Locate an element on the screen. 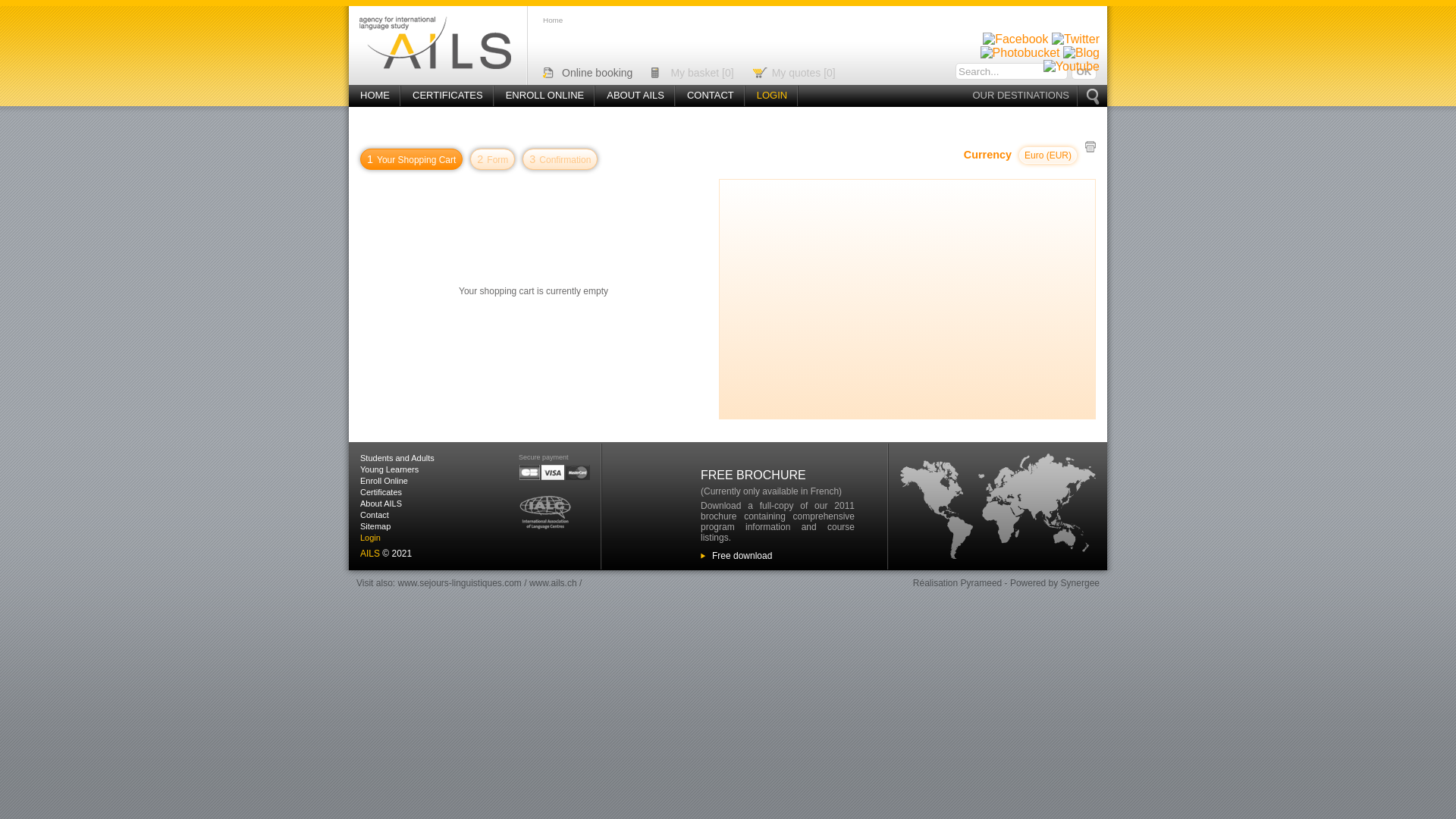  'Pyrameed' is located at coordinates (981, 582).